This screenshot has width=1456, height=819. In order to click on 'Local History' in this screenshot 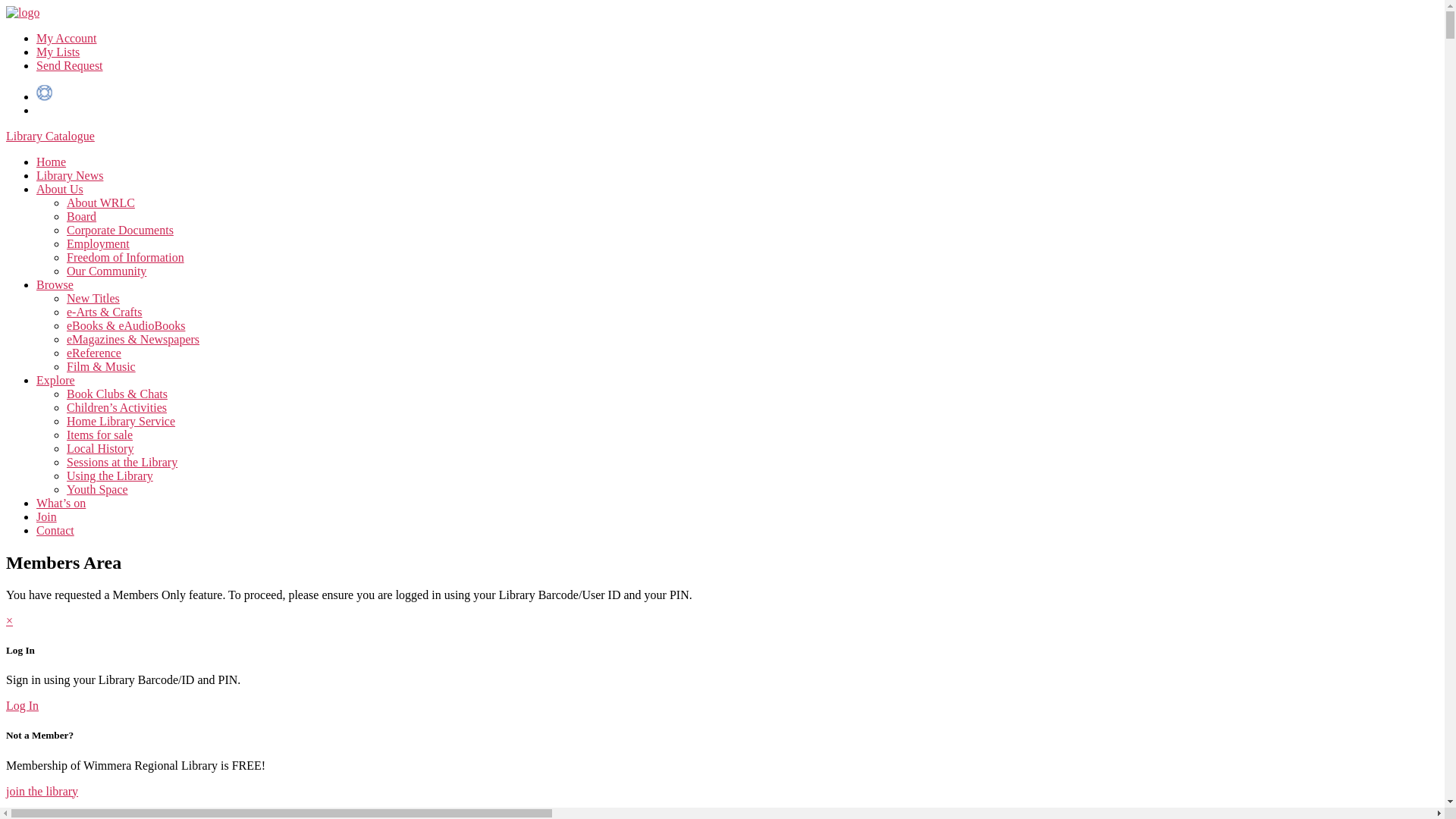, I will do `click(99, 447)`.